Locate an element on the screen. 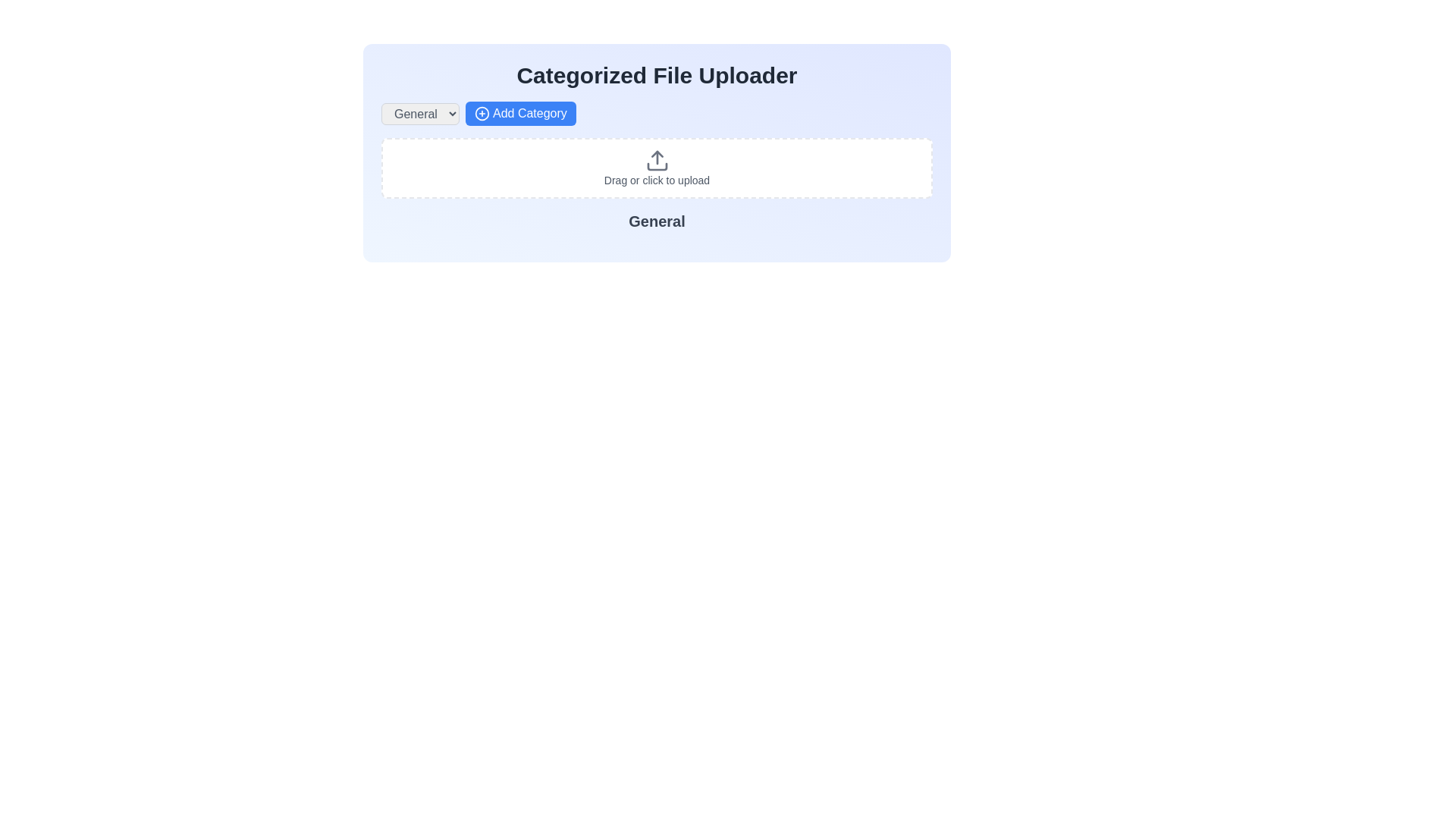 This screenshot has height=819, width=1456. the file upload area, which is a centered block-level element beneath the 'General' dropdown and 'Add Category' button, to trigger the shadow effect is located at coordinates (657, 168).